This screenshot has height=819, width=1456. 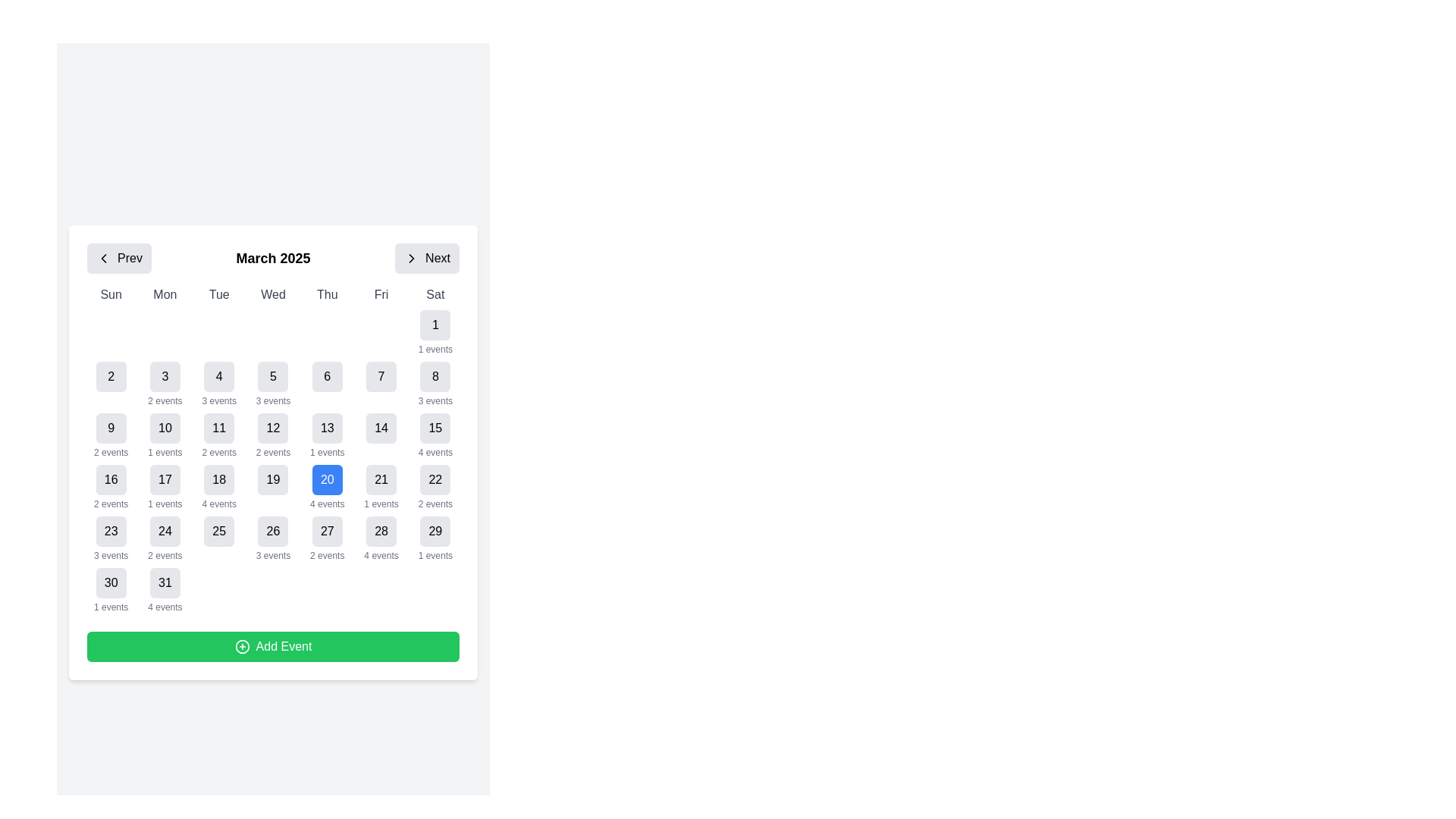 I want to click on the calendar date button representing '2', so click(x=110, y=376).